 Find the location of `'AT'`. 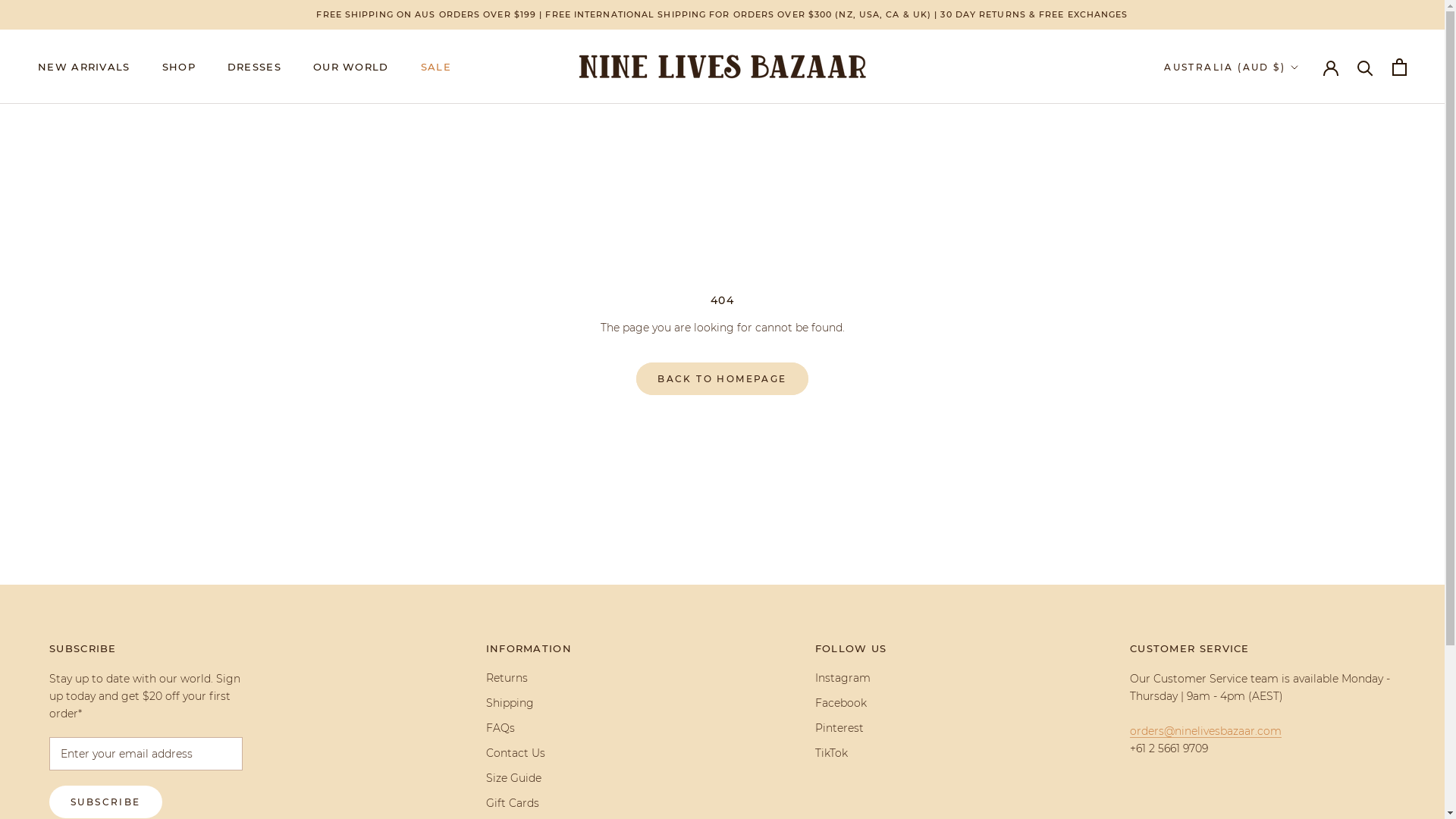

'AT' is located at coordinates (1285, 141).